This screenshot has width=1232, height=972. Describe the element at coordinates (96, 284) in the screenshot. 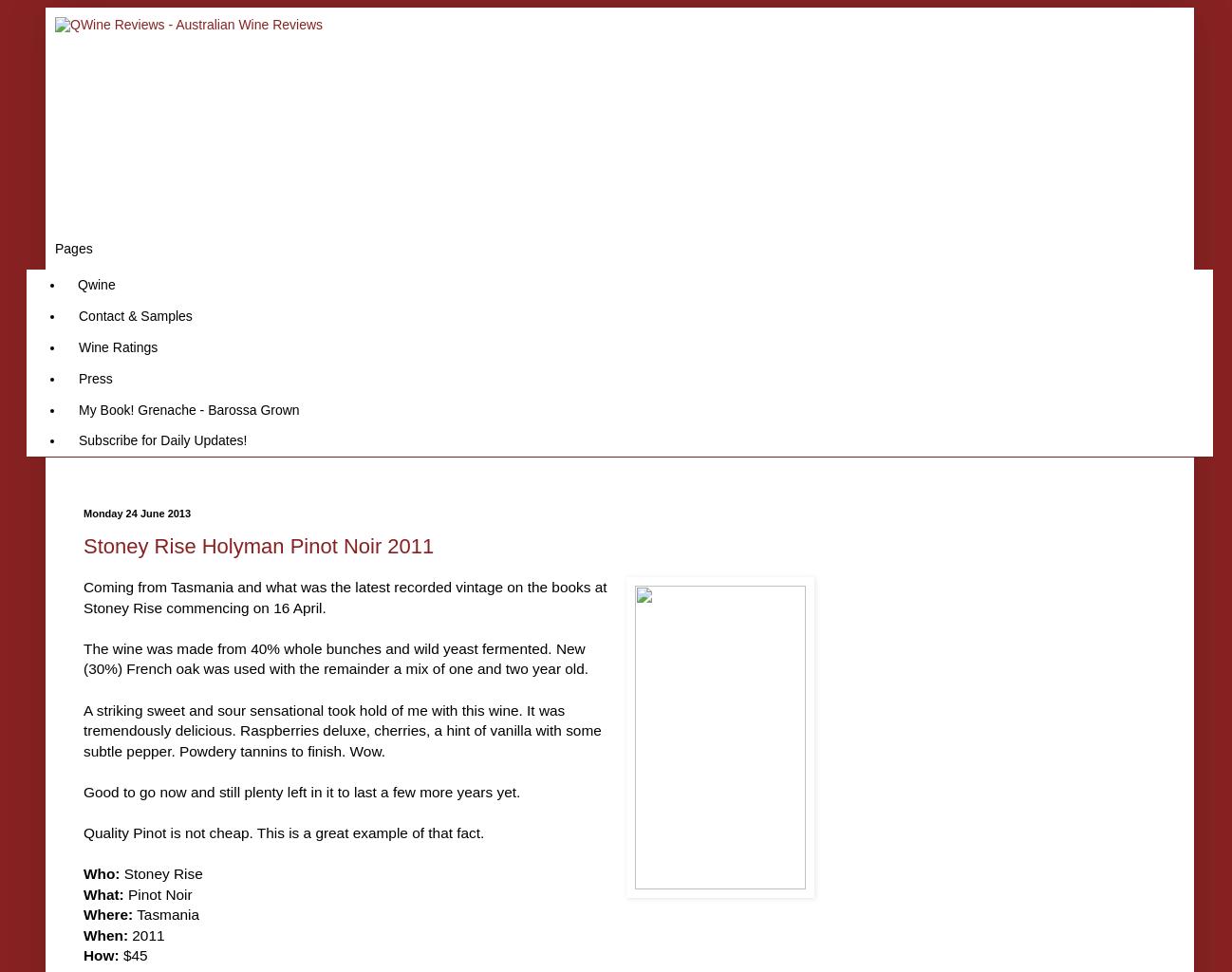

I see `'Qwine'` at that location.